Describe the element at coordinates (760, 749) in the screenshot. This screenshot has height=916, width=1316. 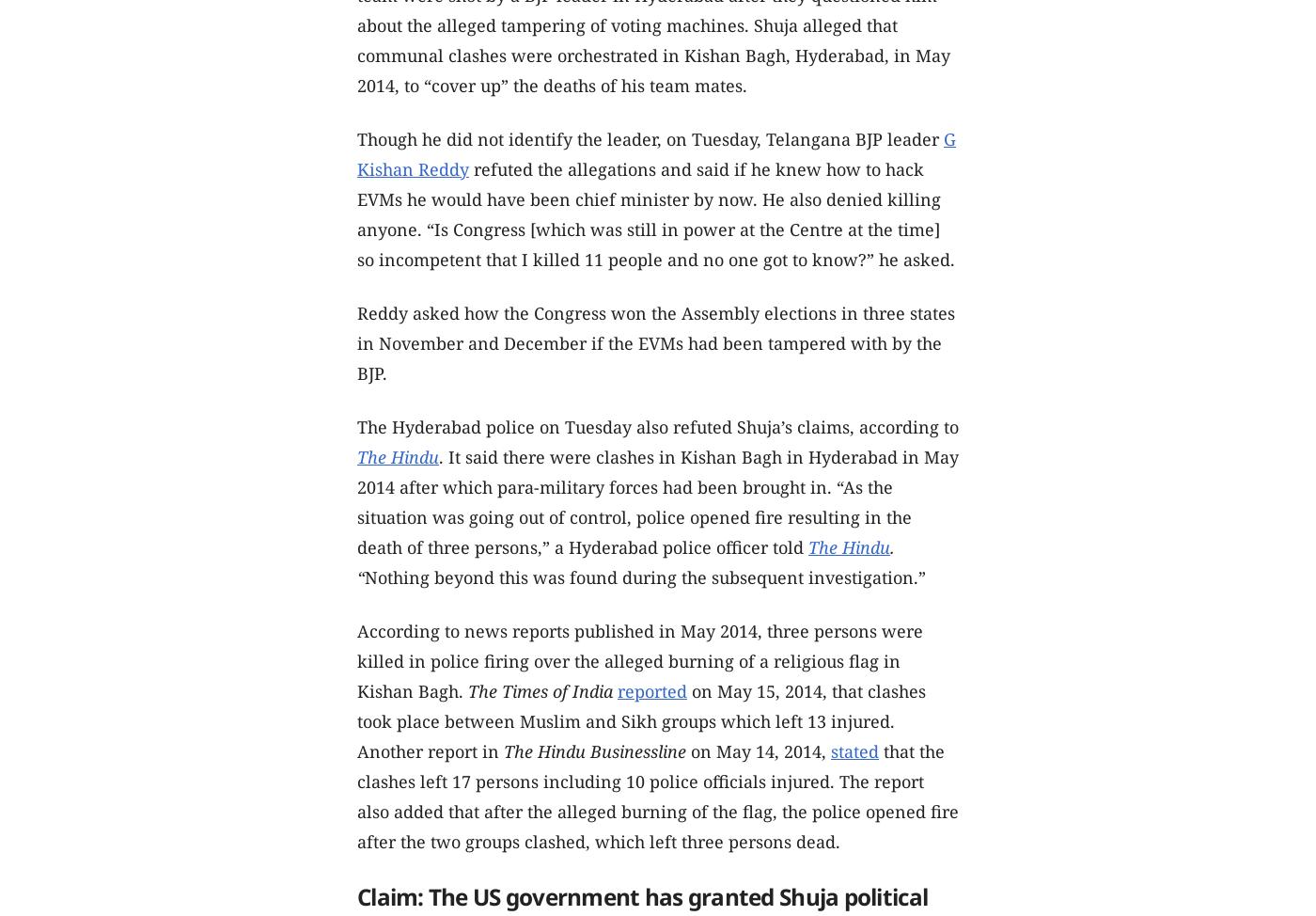
I see `'on May 14, 2014,'` at that location.